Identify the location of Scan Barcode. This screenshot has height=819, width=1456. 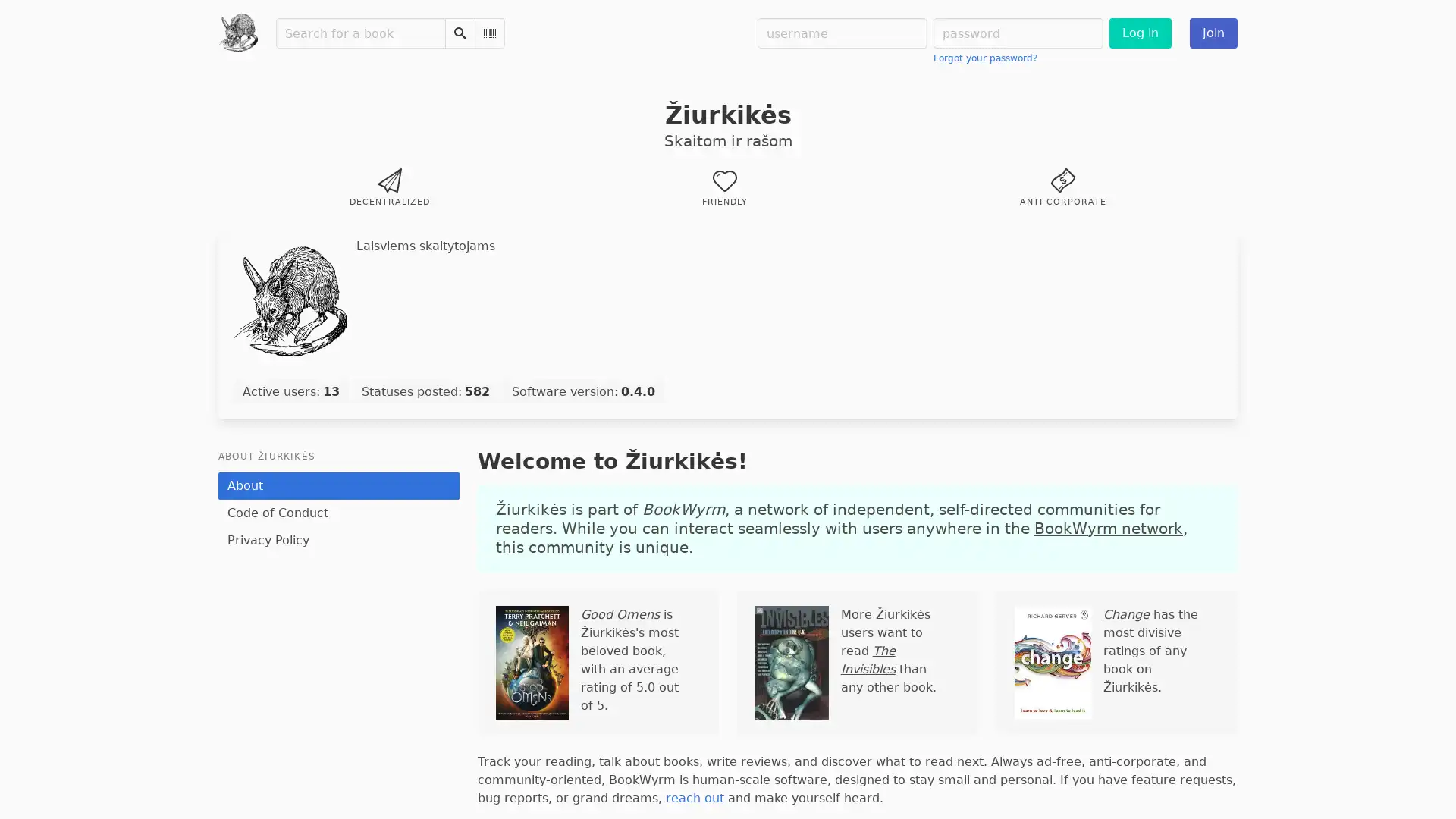
(488, 33).